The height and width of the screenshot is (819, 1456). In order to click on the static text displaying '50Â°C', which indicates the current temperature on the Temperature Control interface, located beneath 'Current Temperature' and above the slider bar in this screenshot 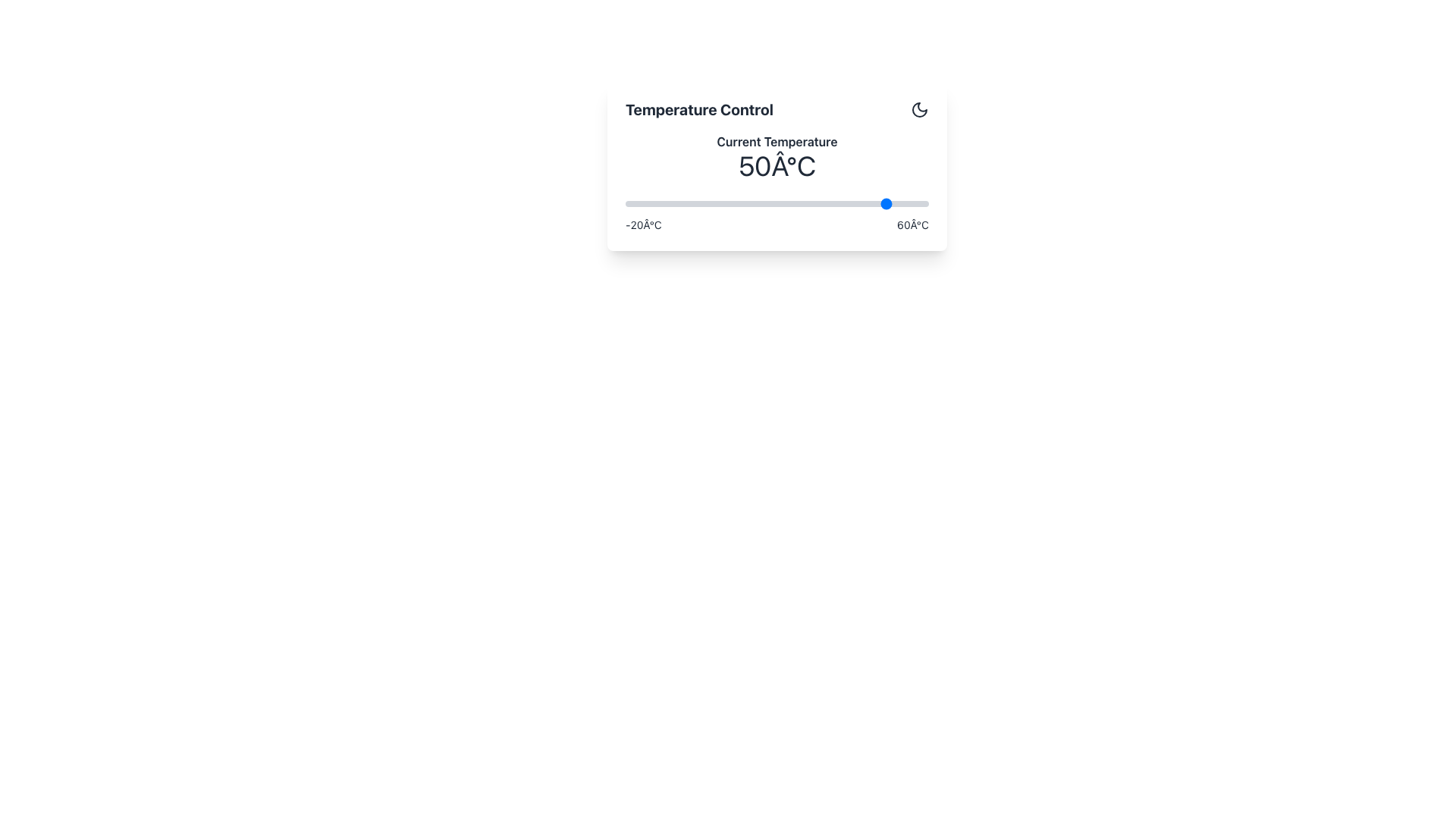, I will do `click(777, 166)`.